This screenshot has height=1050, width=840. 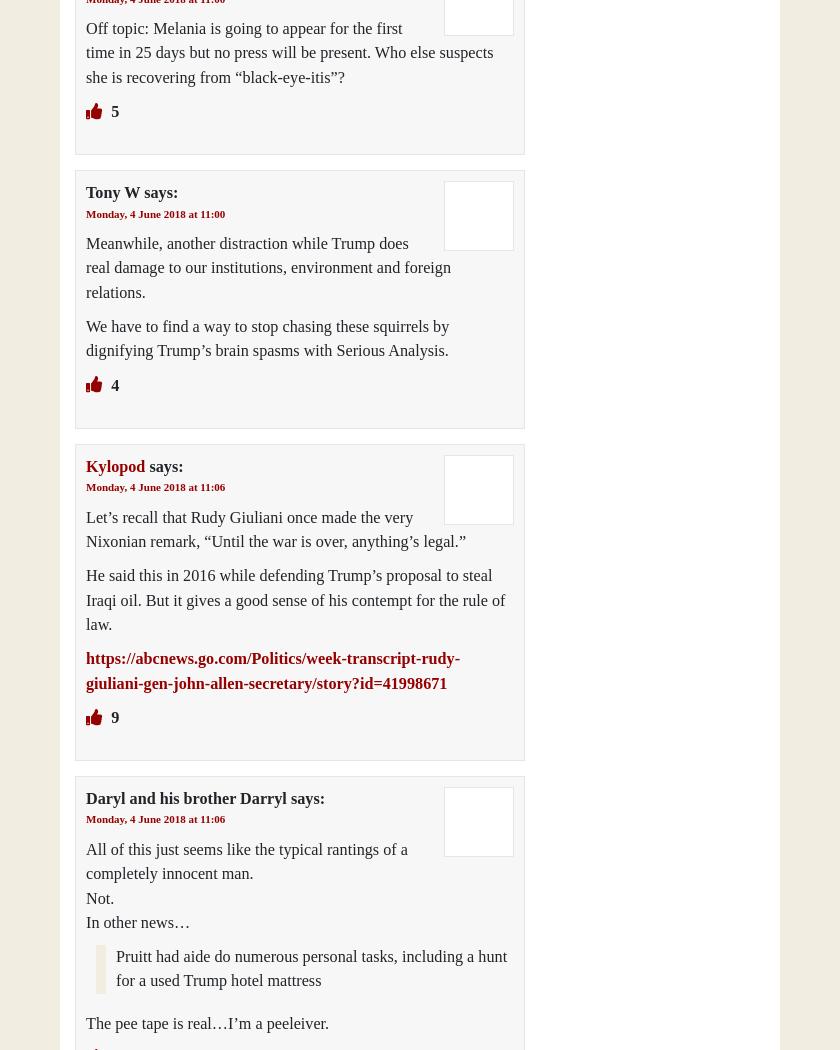 I want to click on 'Kylopod', so click(x=115, y=465).